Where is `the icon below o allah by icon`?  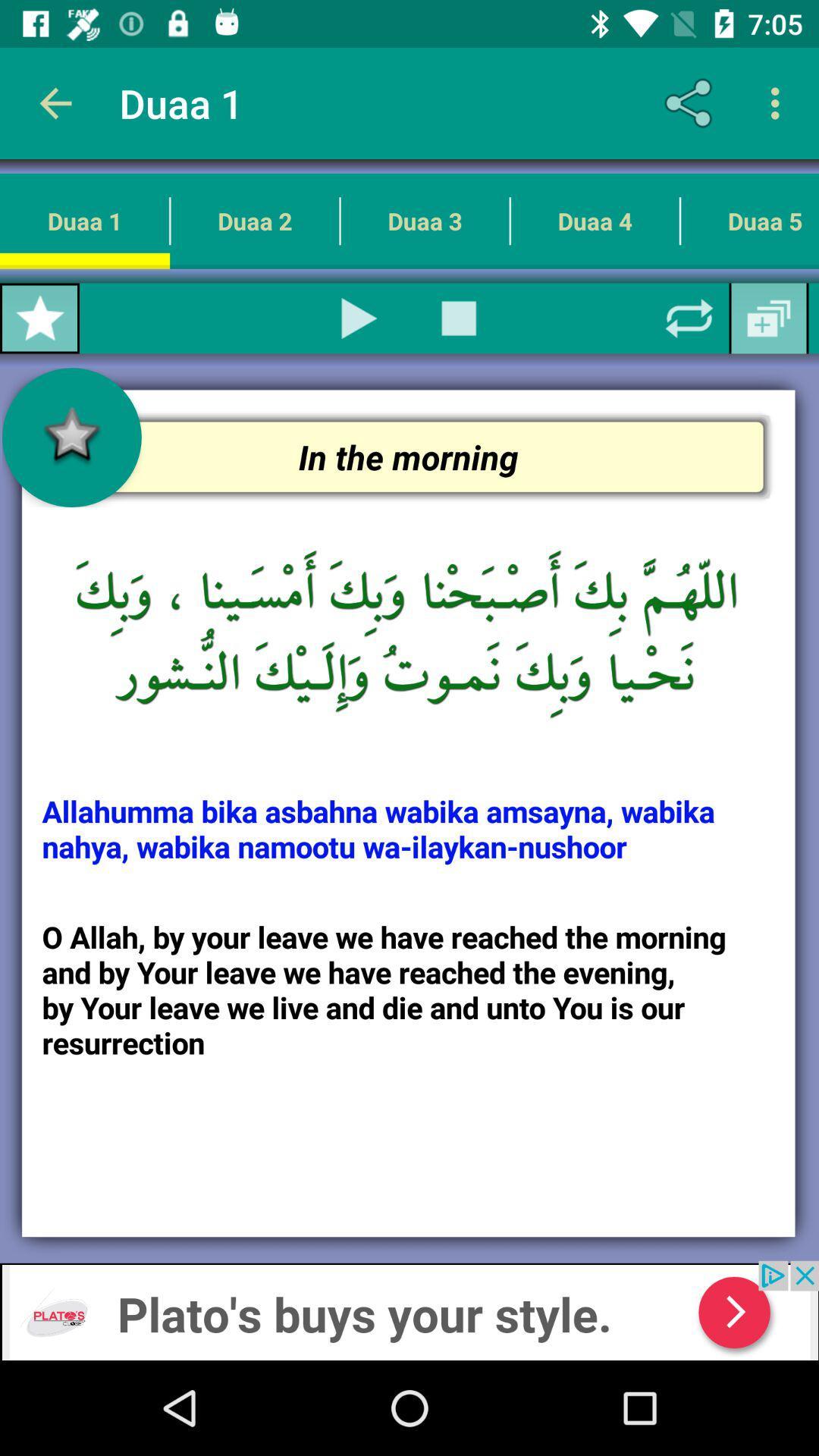
the icon below o allah by icon is located at coordinates (409, 1310).